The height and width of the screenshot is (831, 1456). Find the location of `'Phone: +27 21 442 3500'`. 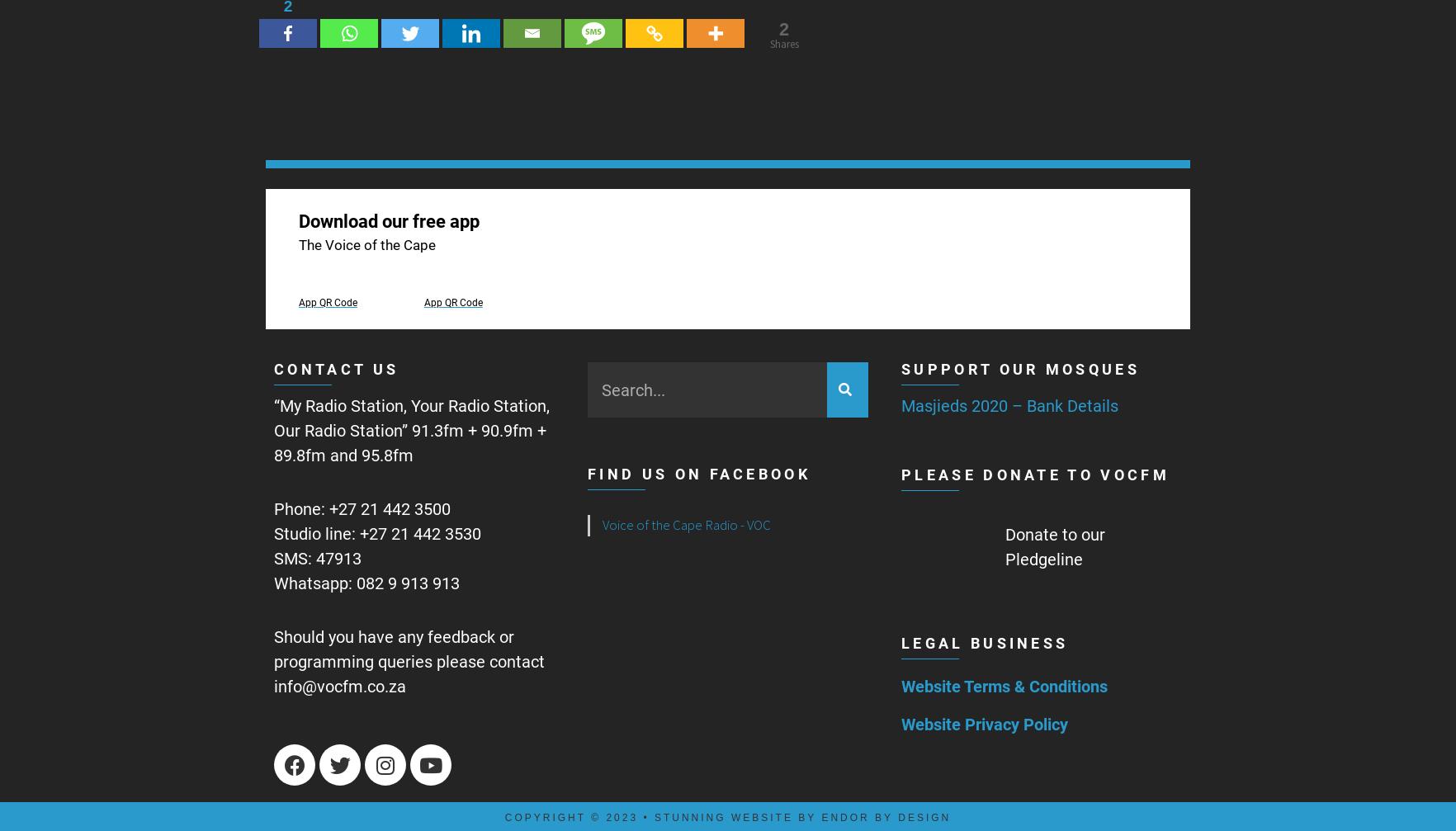

'Phone: +27 21 442 3500' is located at coordinates (273, 508).